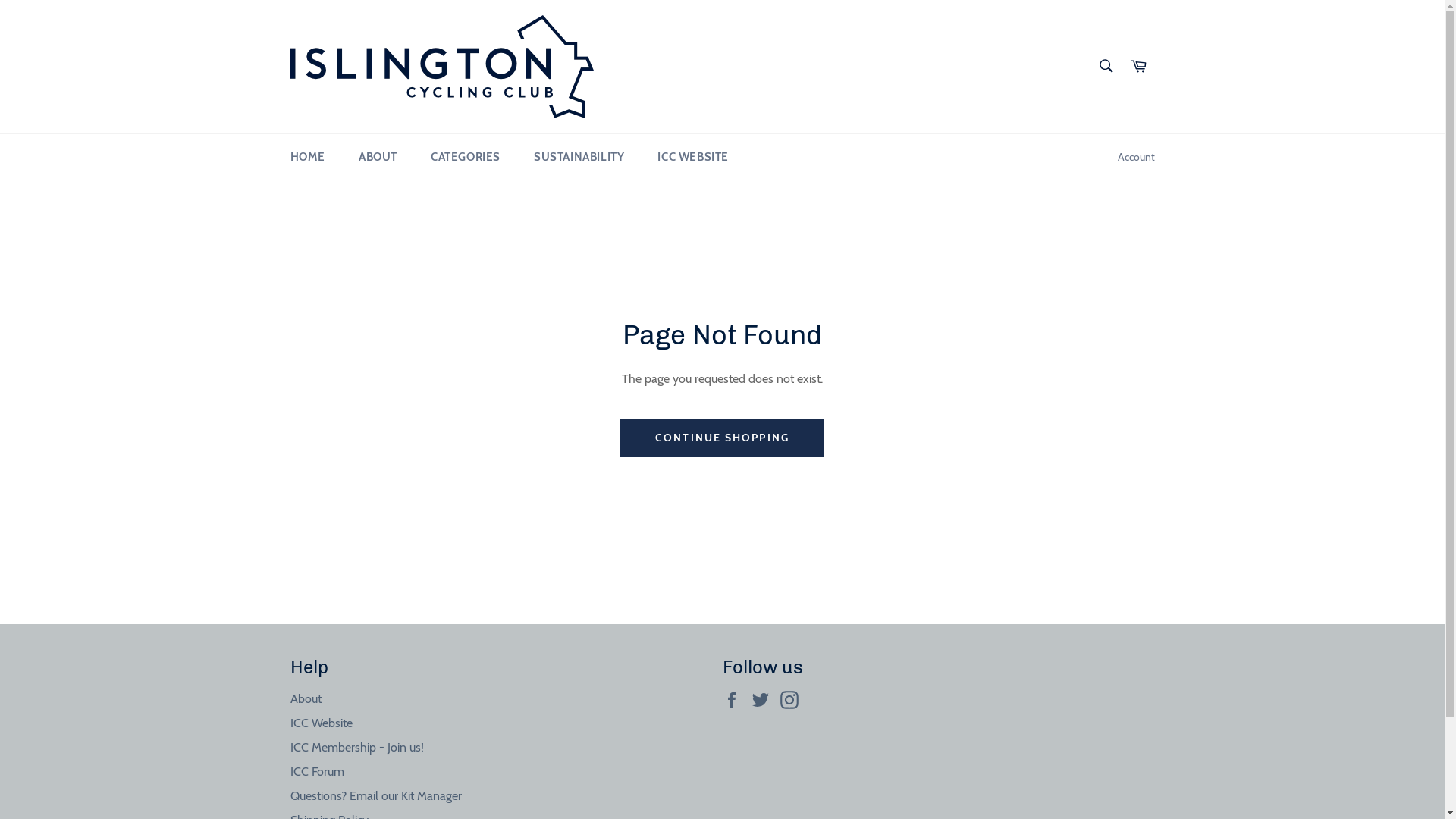  Describe the element at coordinates (290, 722) in the screenshot. I see `'ICC Website'` at that location.